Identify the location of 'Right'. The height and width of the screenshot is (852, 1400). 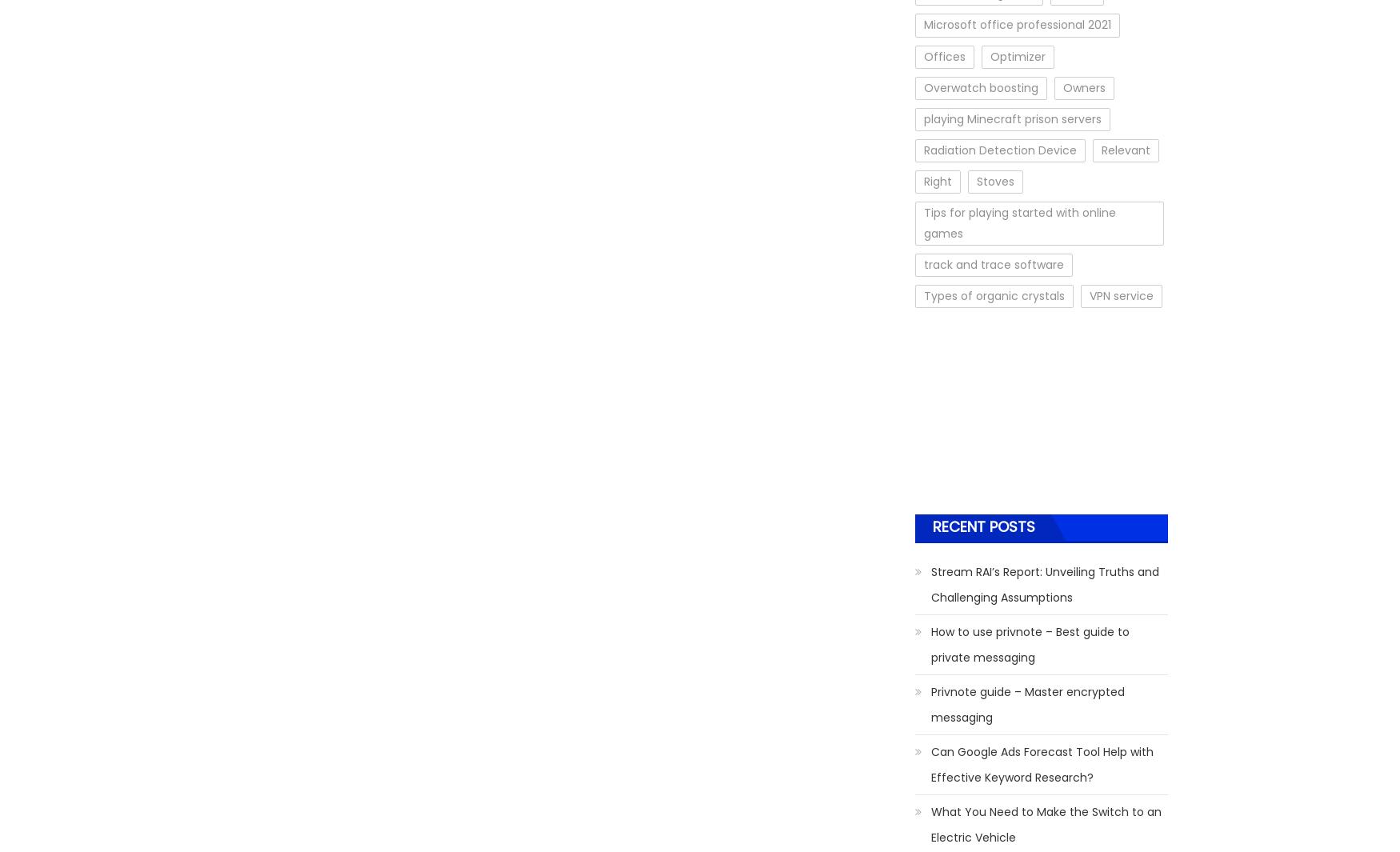
(937, 180).